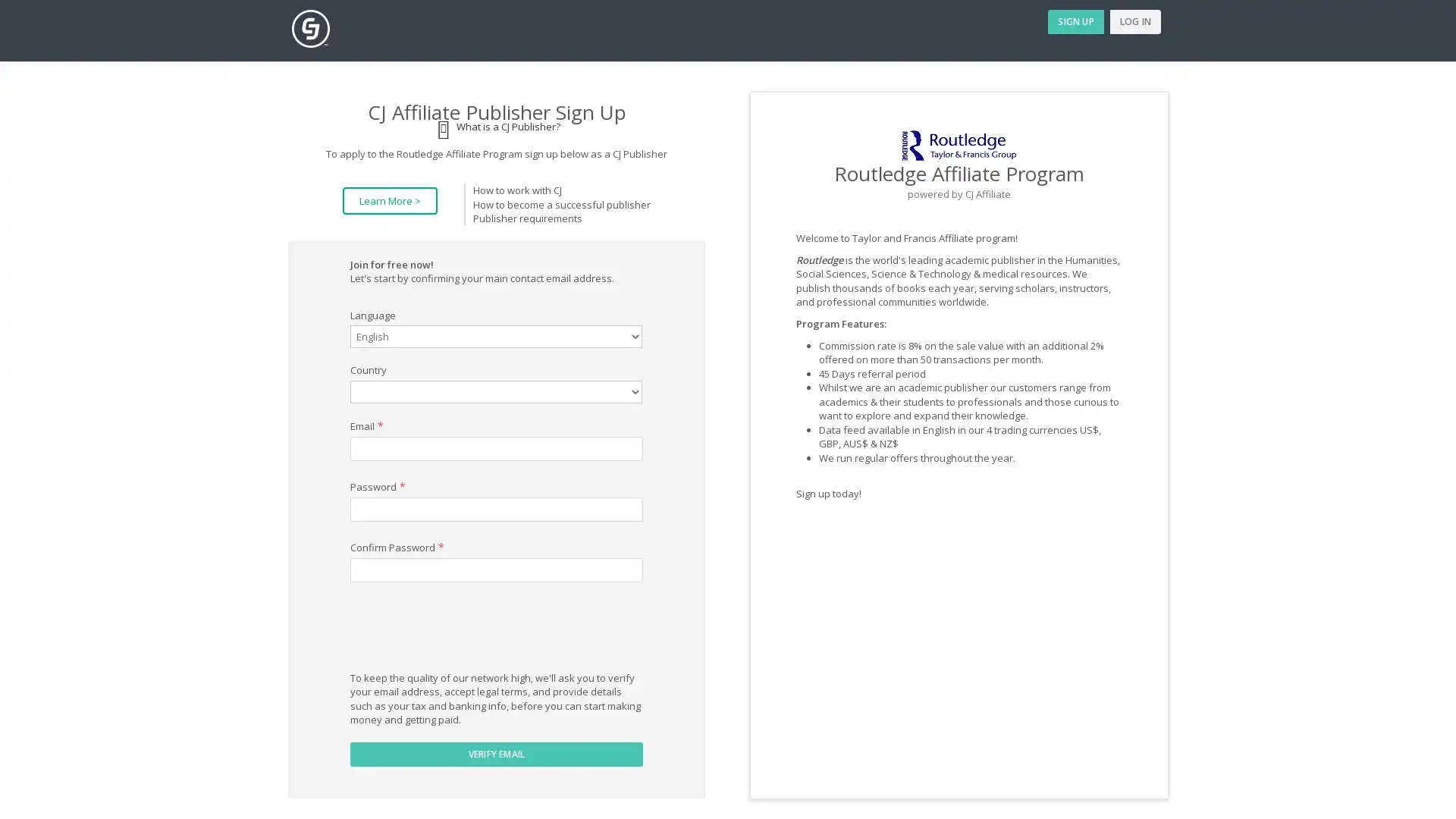 This screenshot has height=819, width=1456. Describe the element at coordinates (1135, 22) in the screenshot. I see `LOG IN` at that location.